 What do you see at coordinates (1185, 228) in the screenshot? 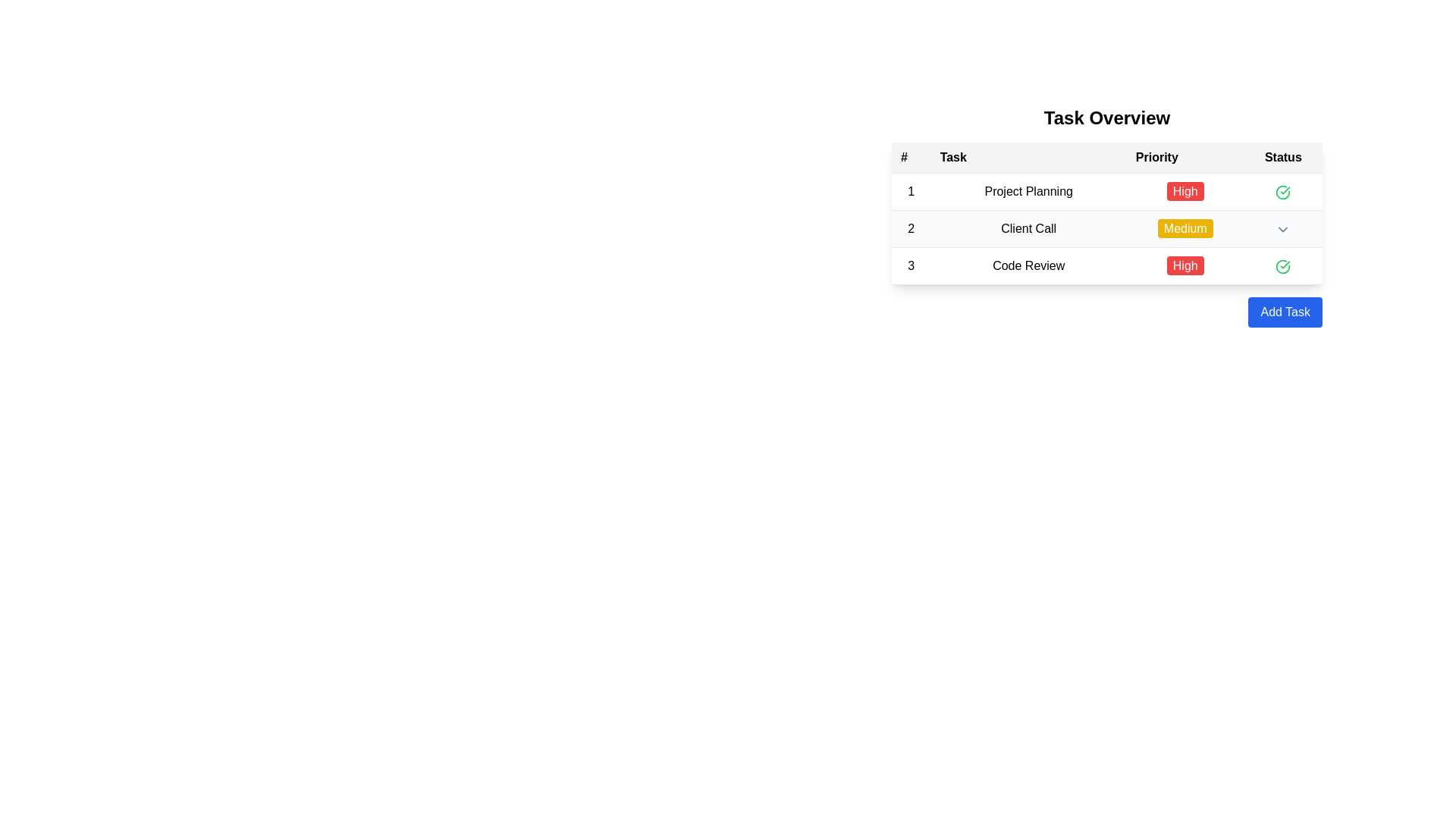
I see `the 'Medium' priority label located in the 'Priority' column of the second row in the task list under 'Task Overview'` at bounding box center [1185, 228].